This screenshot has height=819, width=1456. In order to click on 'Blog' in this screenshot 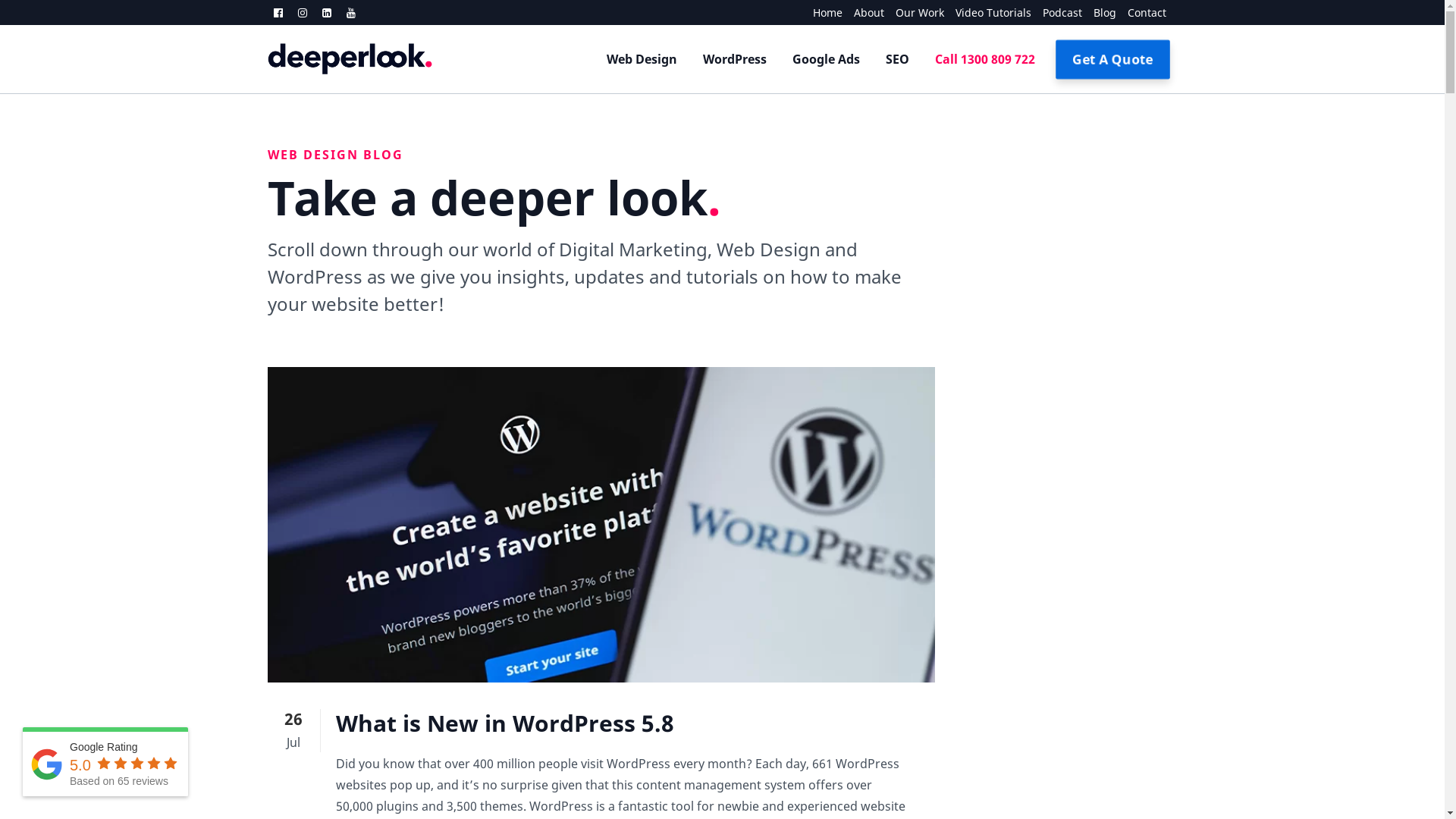, I will do `click(1098, 12)`.